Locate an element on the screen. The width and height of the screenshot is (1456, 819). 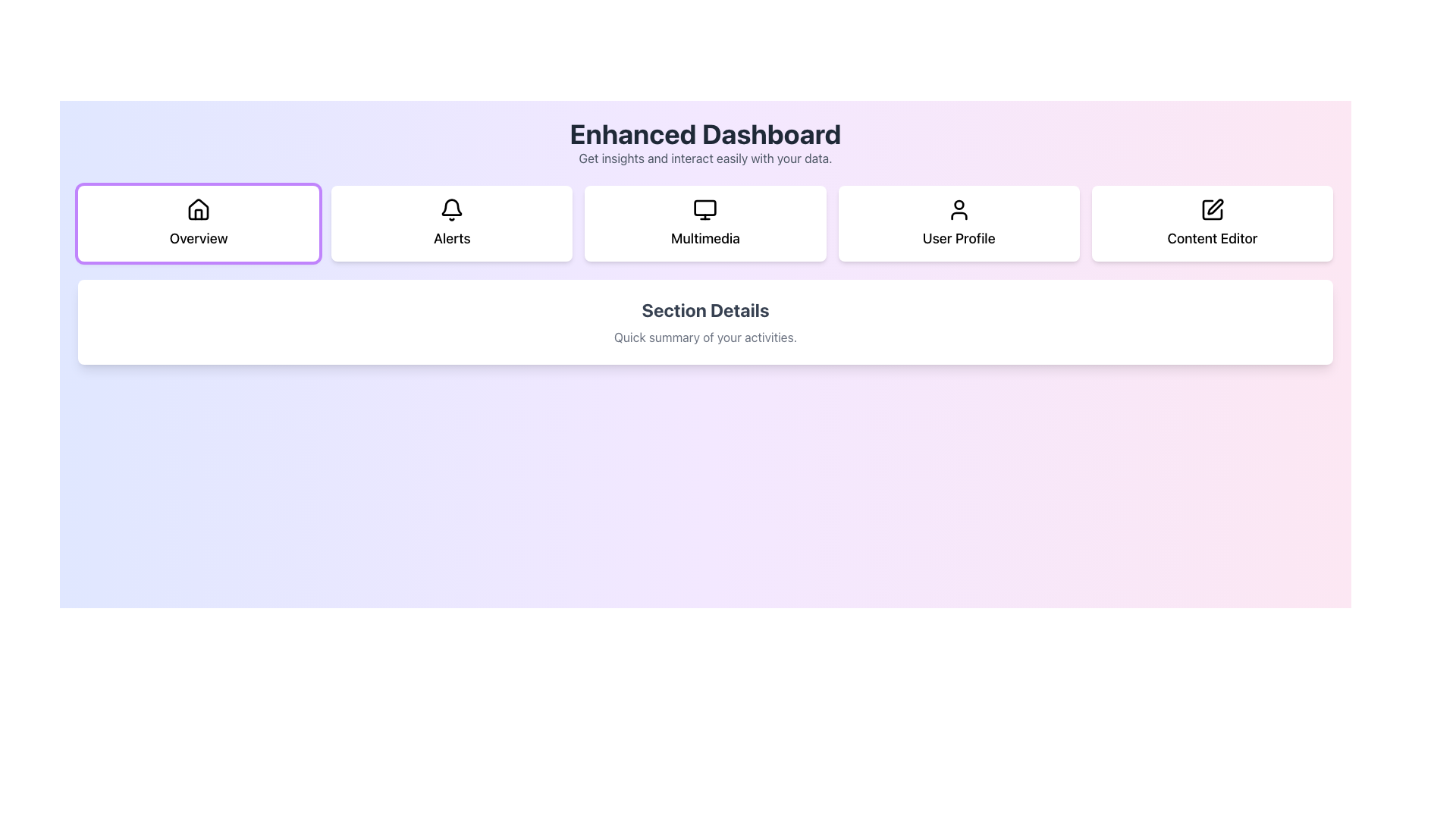
the Multimedia section icon located between the Alerts and User Profile sections, visually representing multimedia content is located at coordinates (704, 210).